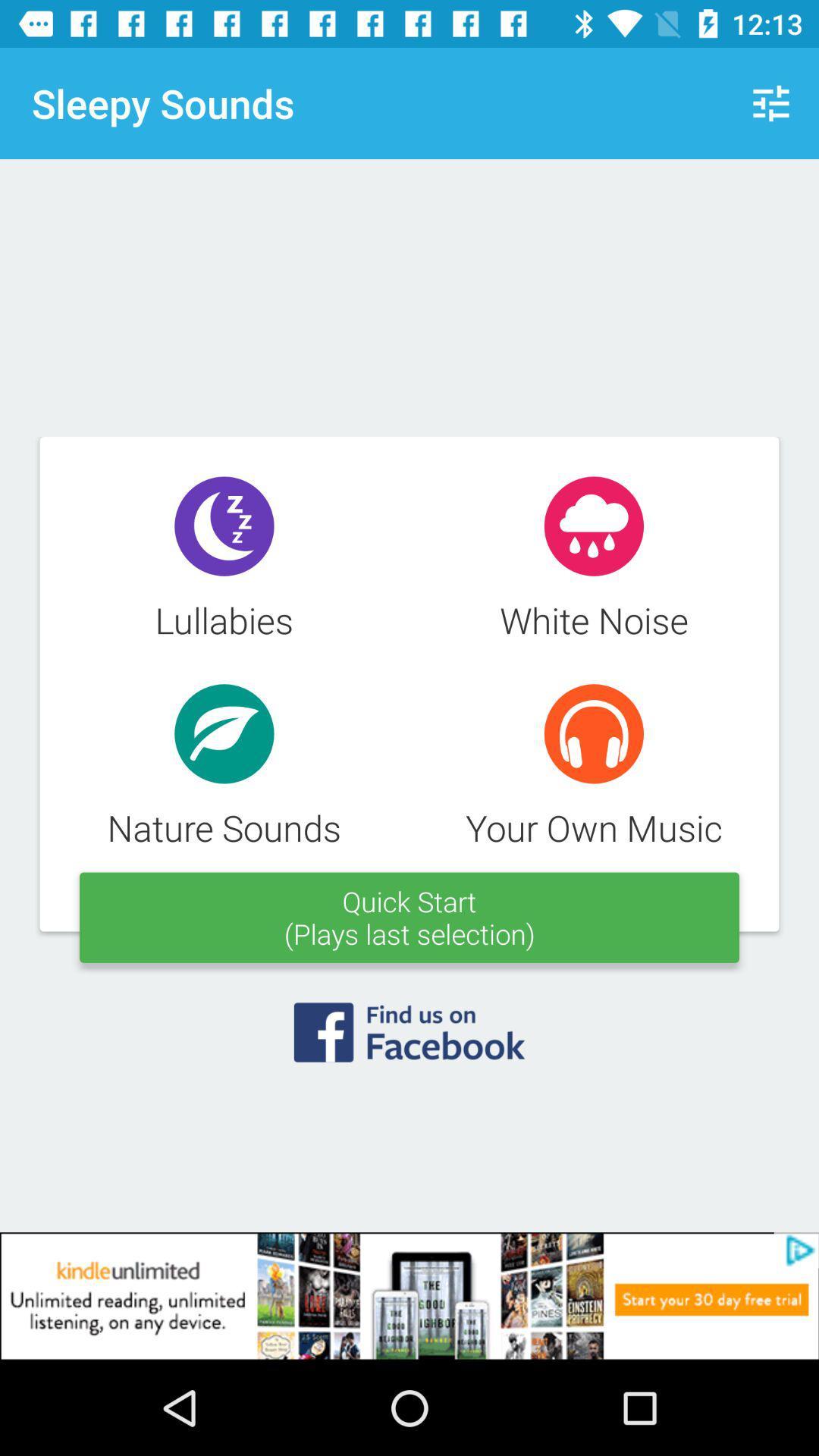 This screenshot has width=819, height=1456. I want to click on the icon which is above nature sounds, so click(224, 734).